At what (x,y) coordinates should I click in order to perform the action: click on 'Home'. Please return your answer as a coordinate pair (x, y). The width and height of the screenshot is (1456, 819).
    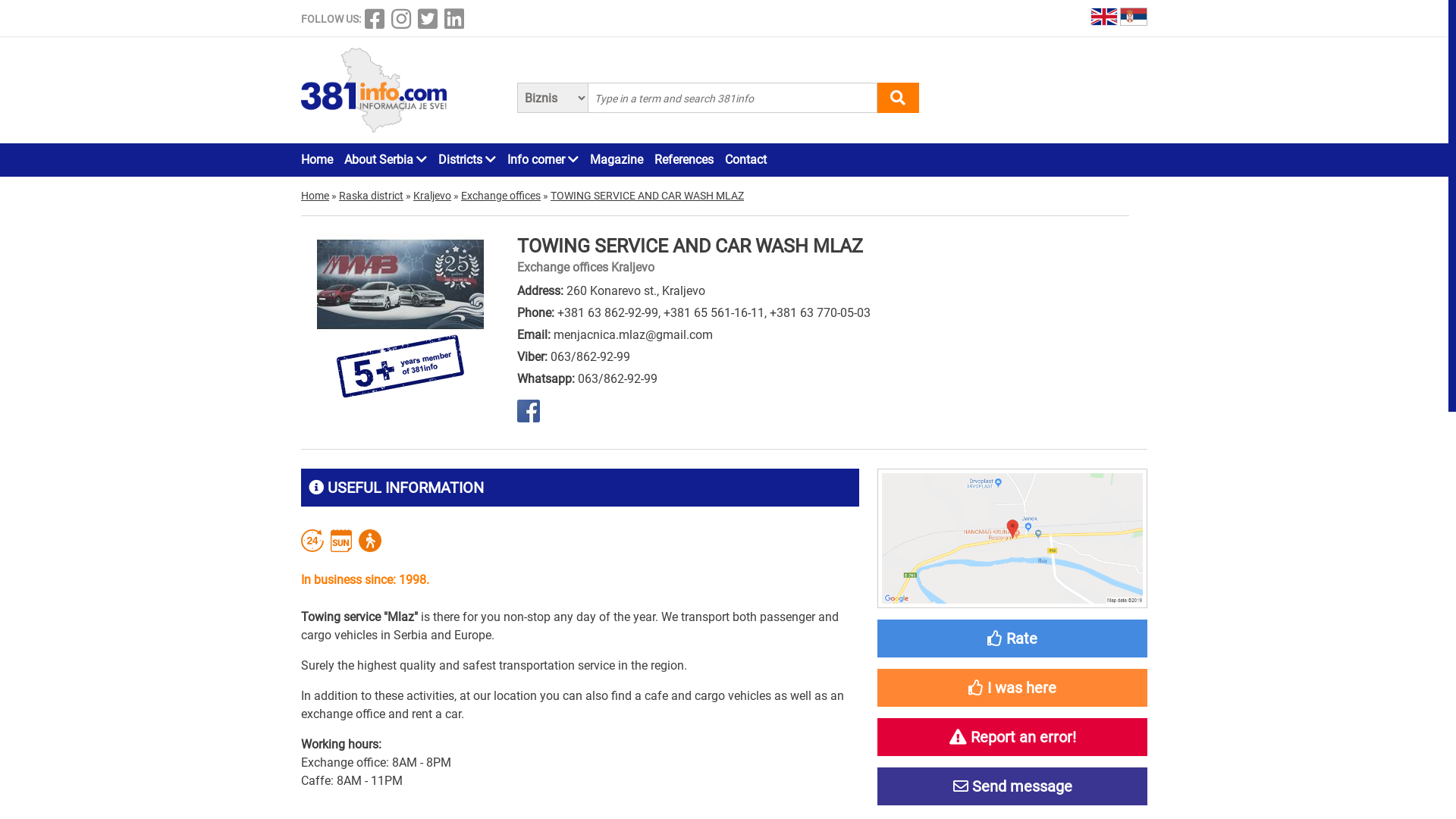
    Looking at the image, I should click on (314, 195).